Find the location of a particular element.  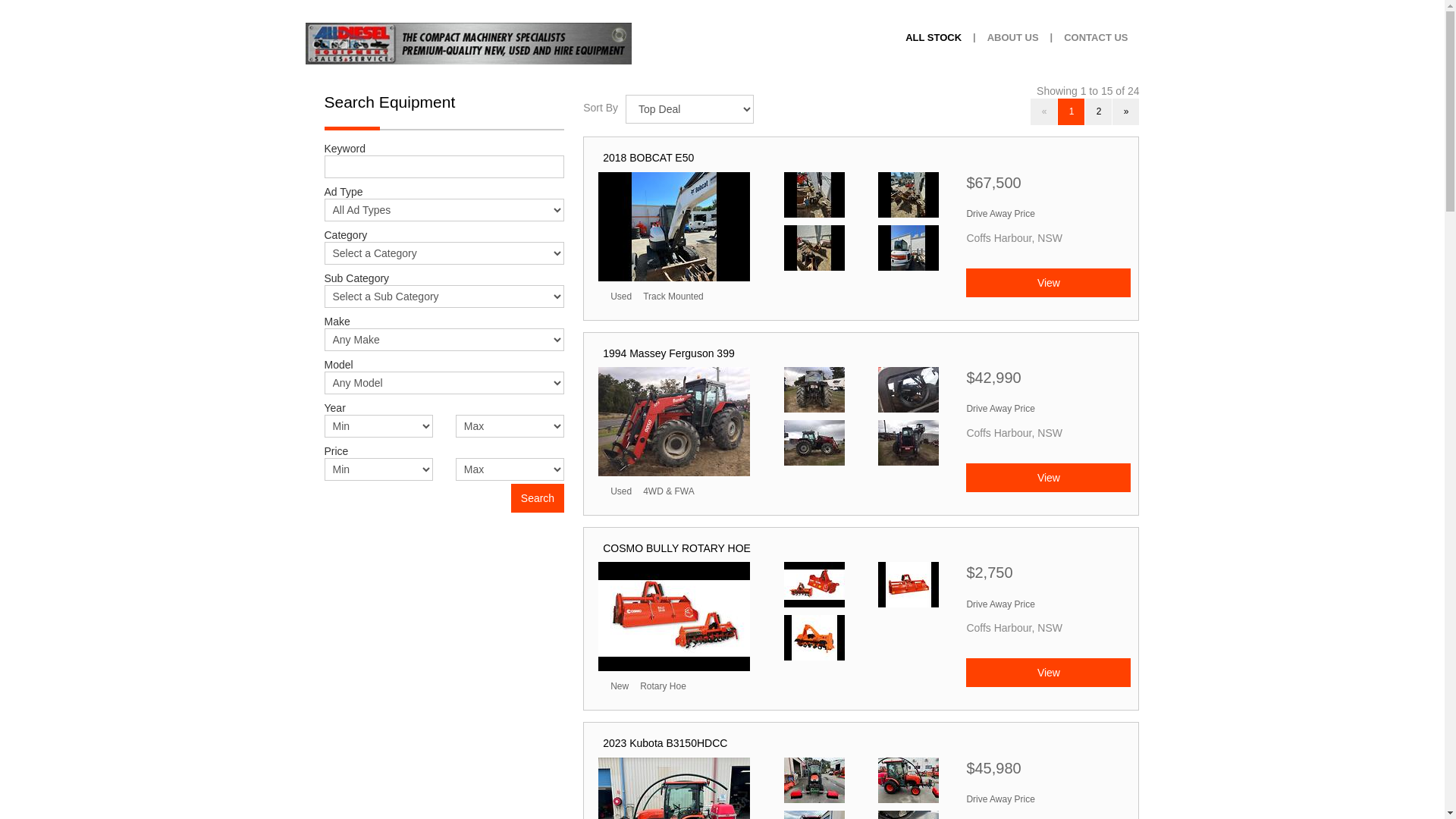

'$45,980' is located at coordinates (1047, 772).